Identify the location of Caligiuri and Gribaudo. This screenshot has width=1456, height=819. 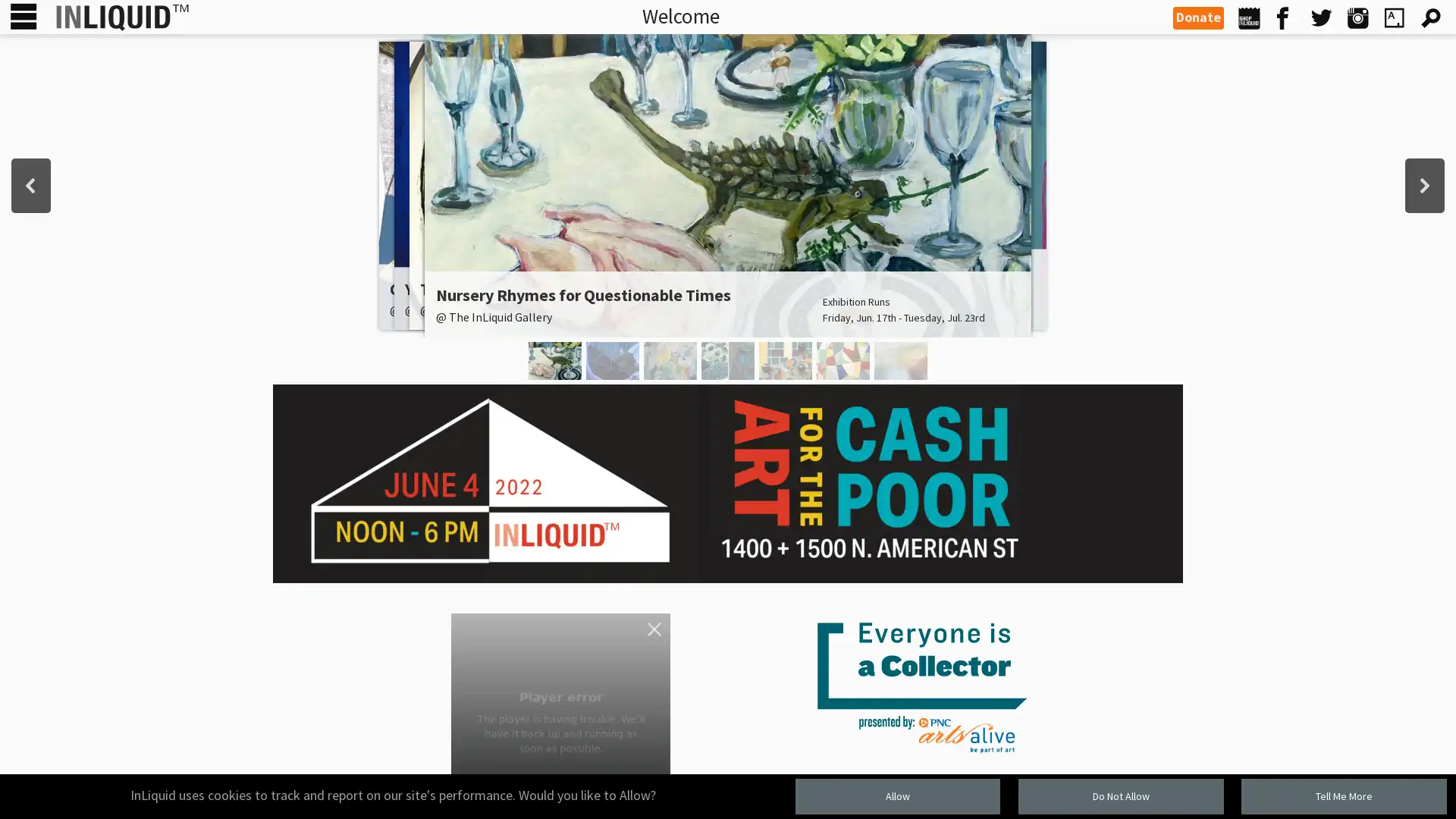
(843, 360).